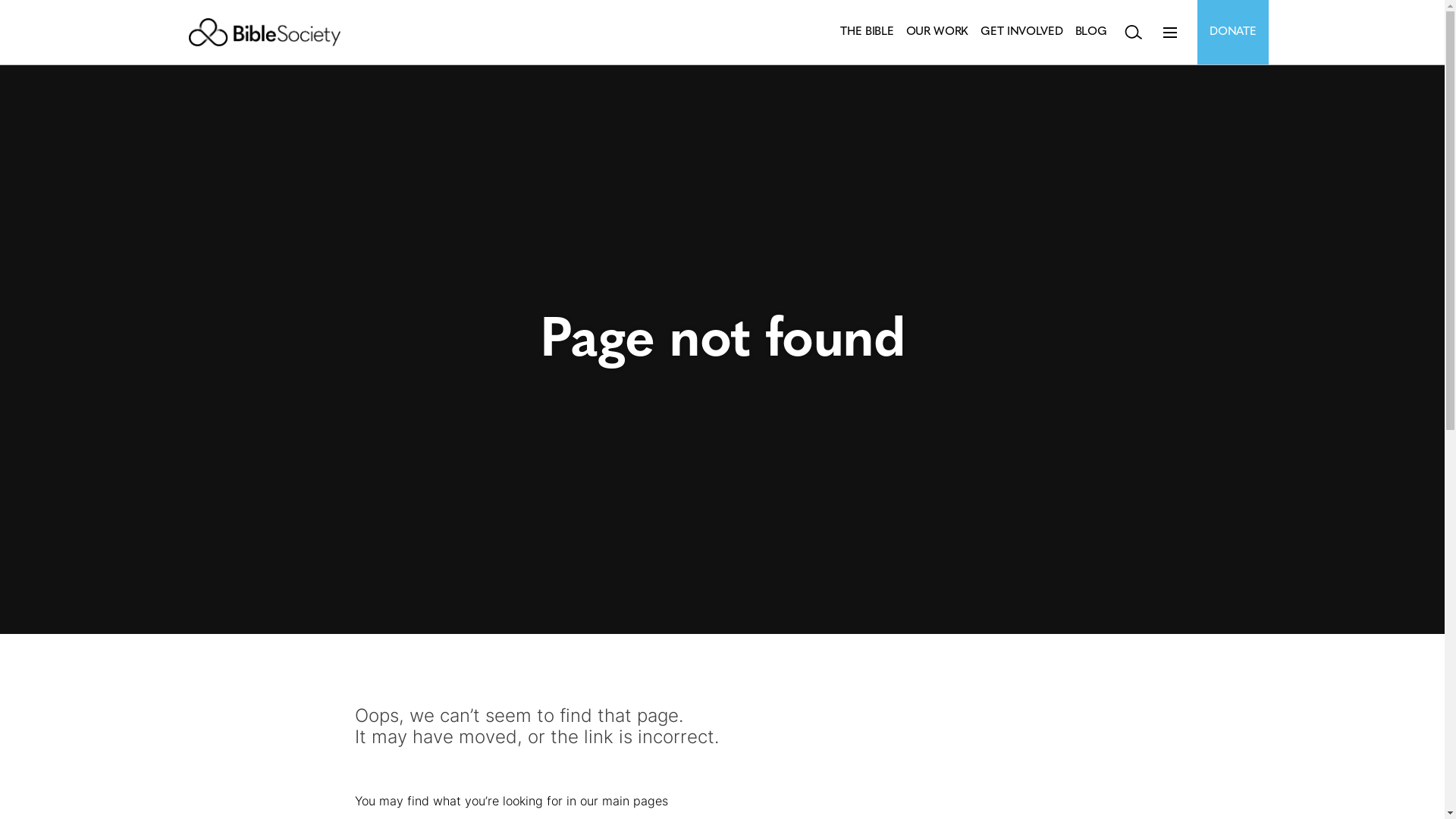 Image resolution: width=1456 pixels, height=819 pixels. Describe the element at coordinates (1232, 32) in the screenshot. I see `'DONATE'` at that location.